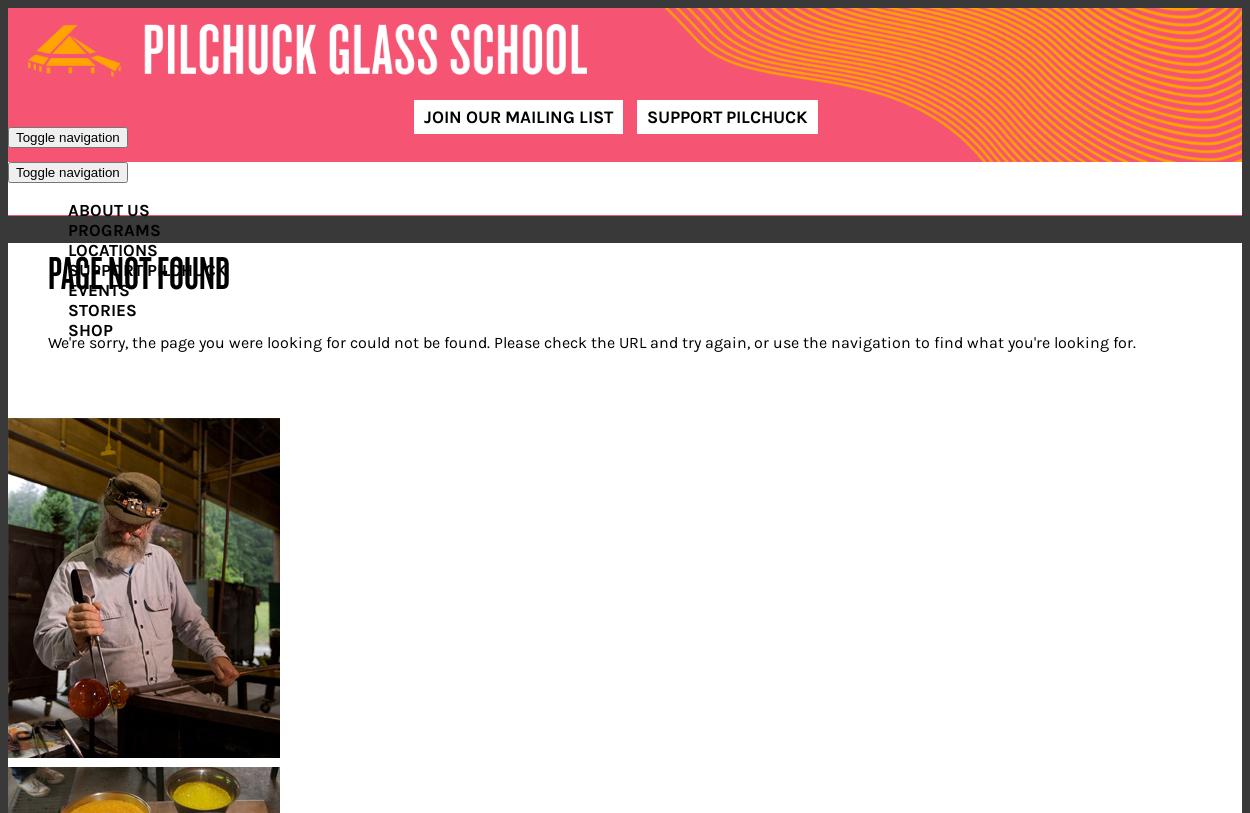  What do you see at coordinates (67, 288) in the screenshot?
I see `'Events'` at bounding box center [67, 288].